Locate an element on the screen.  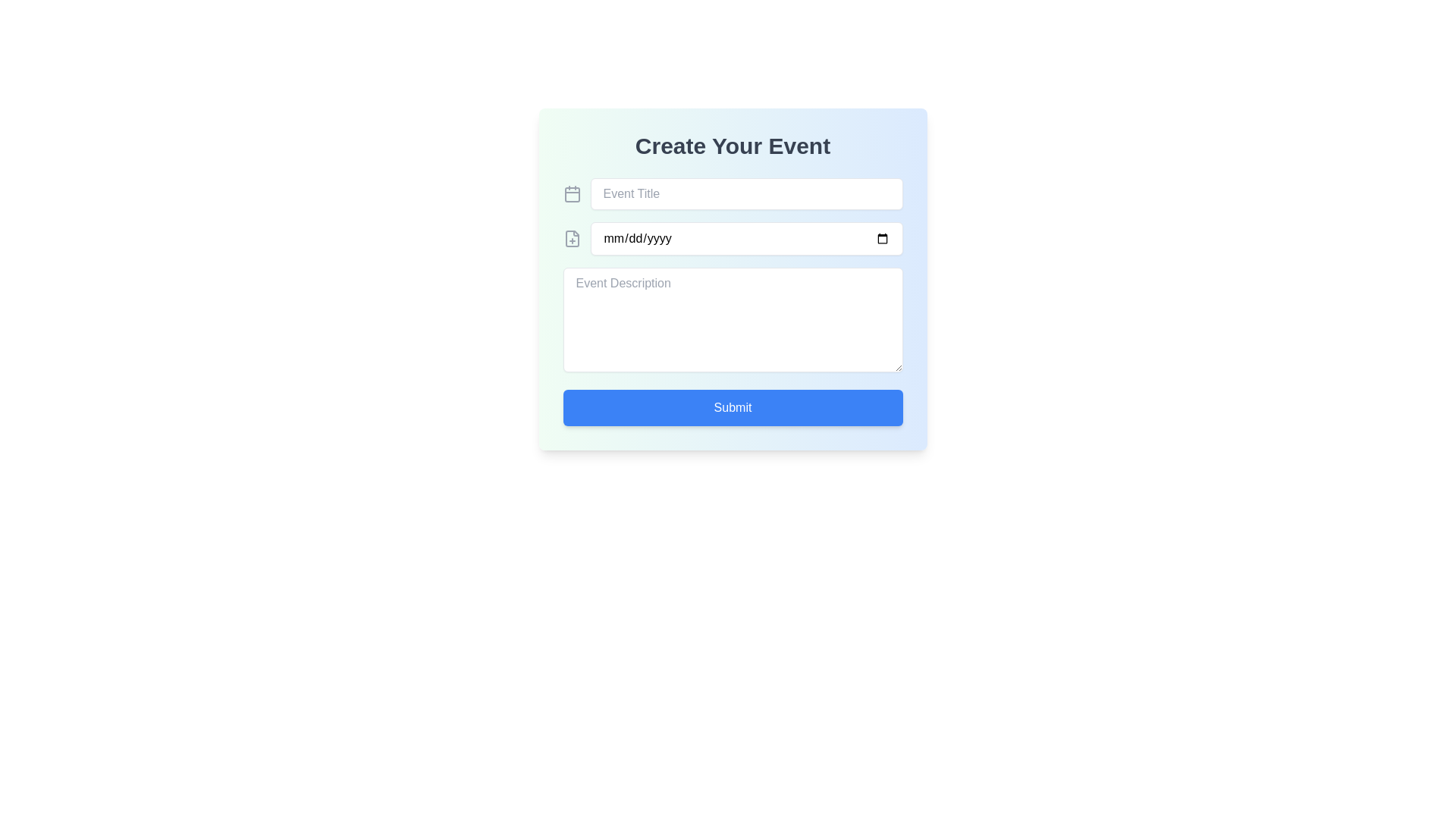
the decorative icon located to the left of the 'Event Title' input field in the 'Create Your Event' form is located at coordinates (571, 193).